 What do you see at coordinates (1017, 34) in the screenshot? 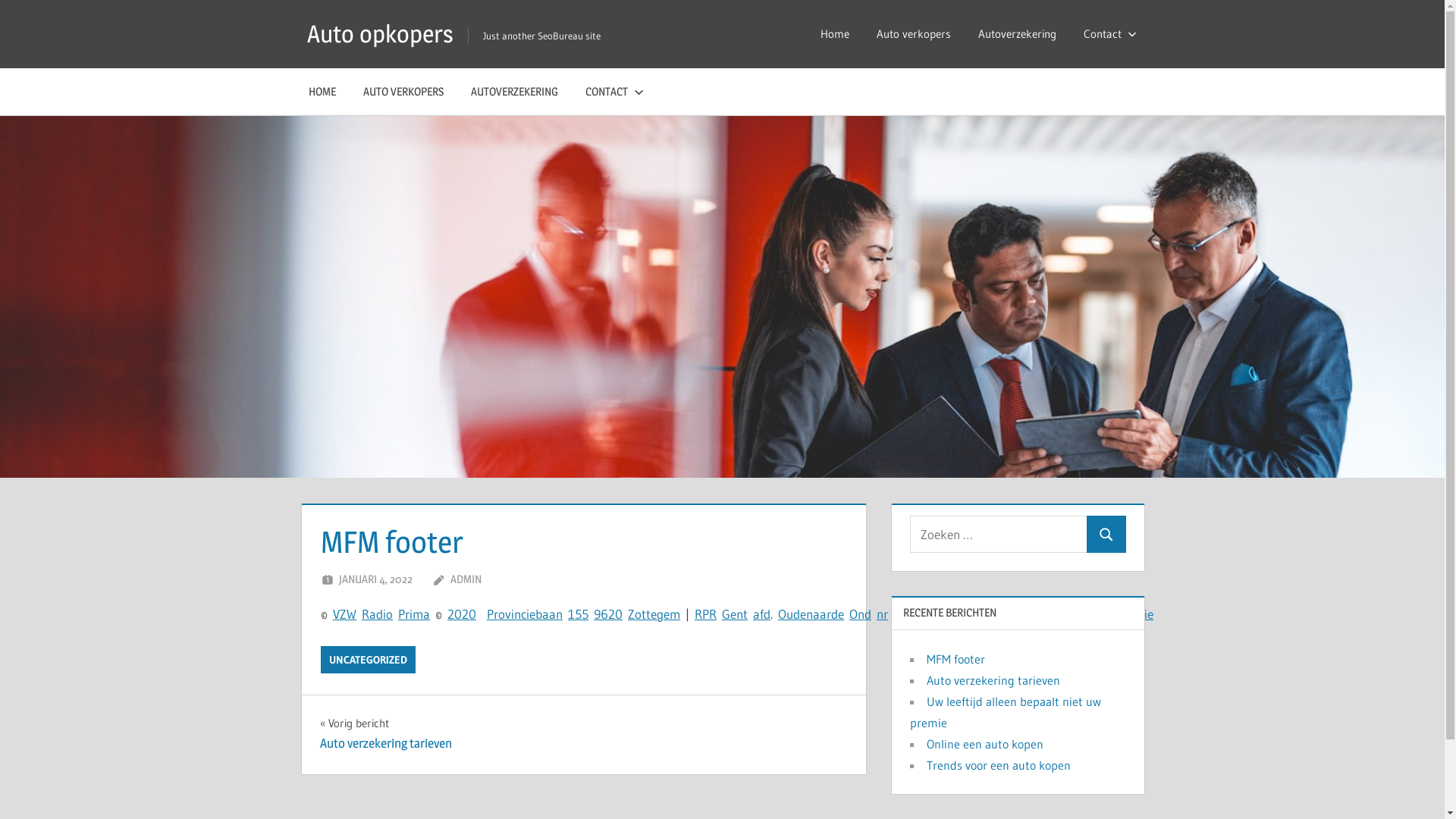
I see `'Autoverzekering'` at bounding box center [1017, 34].